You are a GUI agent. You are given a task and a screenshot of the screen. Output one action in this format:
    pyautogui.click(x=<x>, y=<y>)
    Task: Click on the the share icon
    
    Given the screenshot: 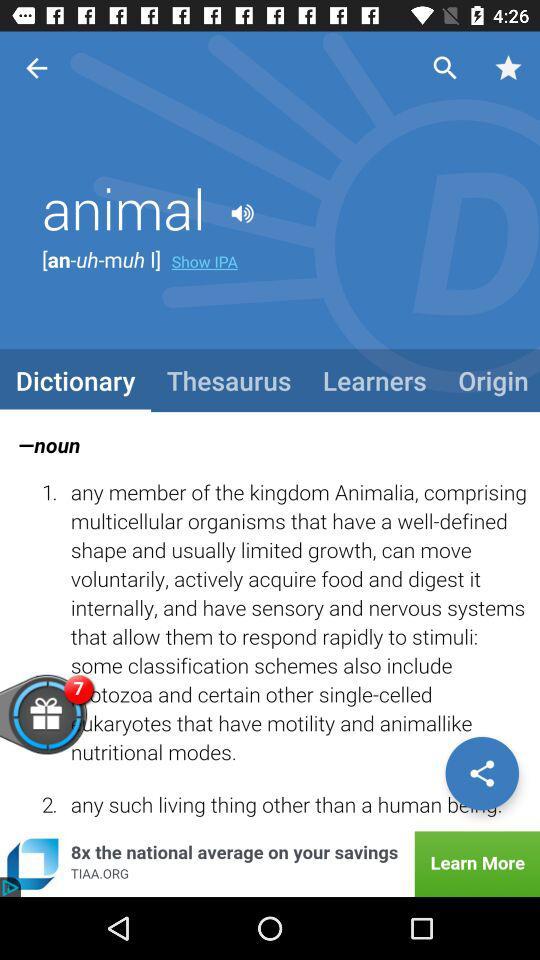 What is the action you would take?
    pyautogui.click(x=481, y=772)
    